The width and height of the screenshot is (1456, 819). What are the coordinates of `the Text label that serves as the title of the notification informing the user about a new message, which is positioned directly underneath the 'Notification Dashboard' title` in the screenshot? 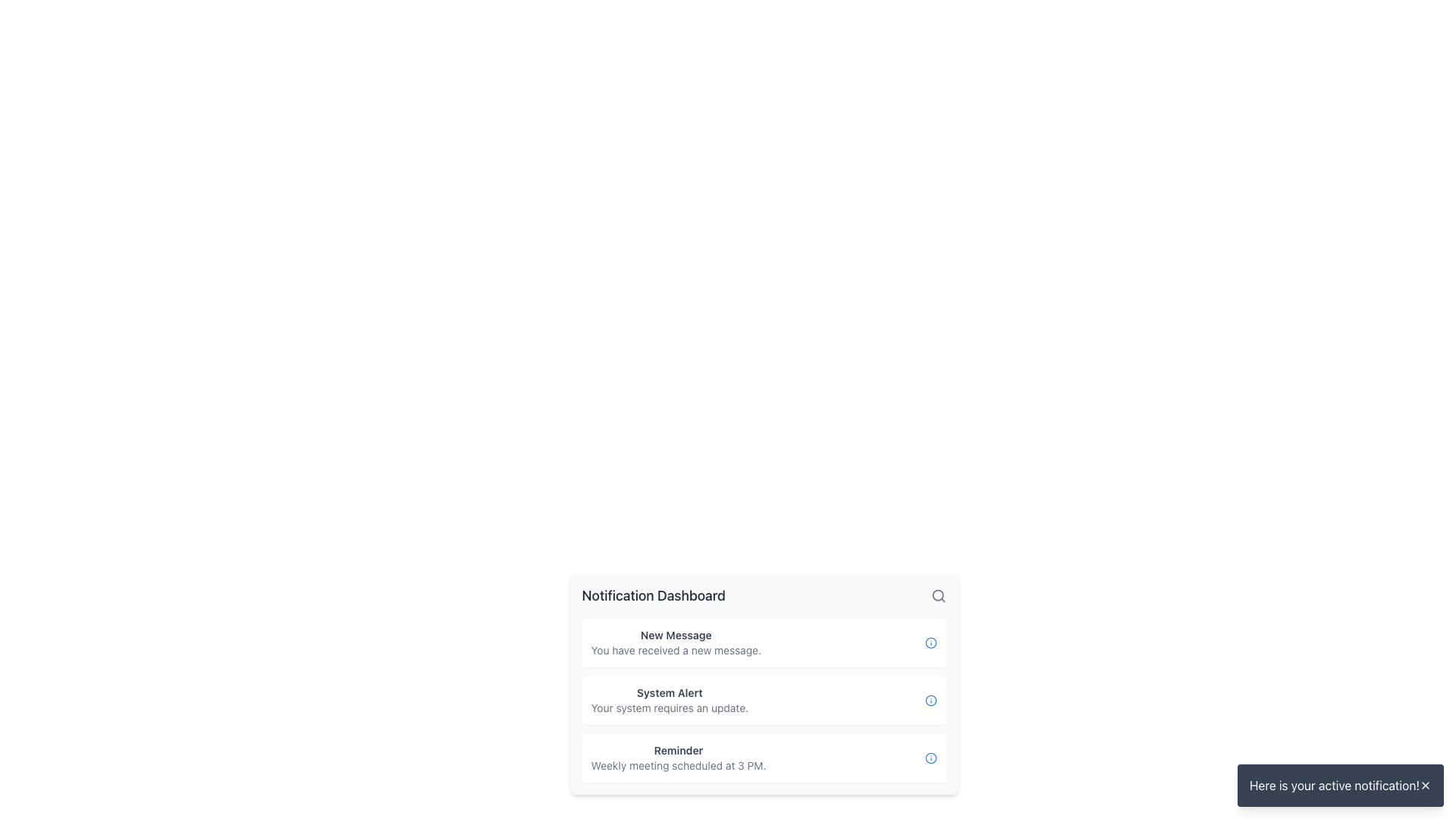 It's located at (675, 635).